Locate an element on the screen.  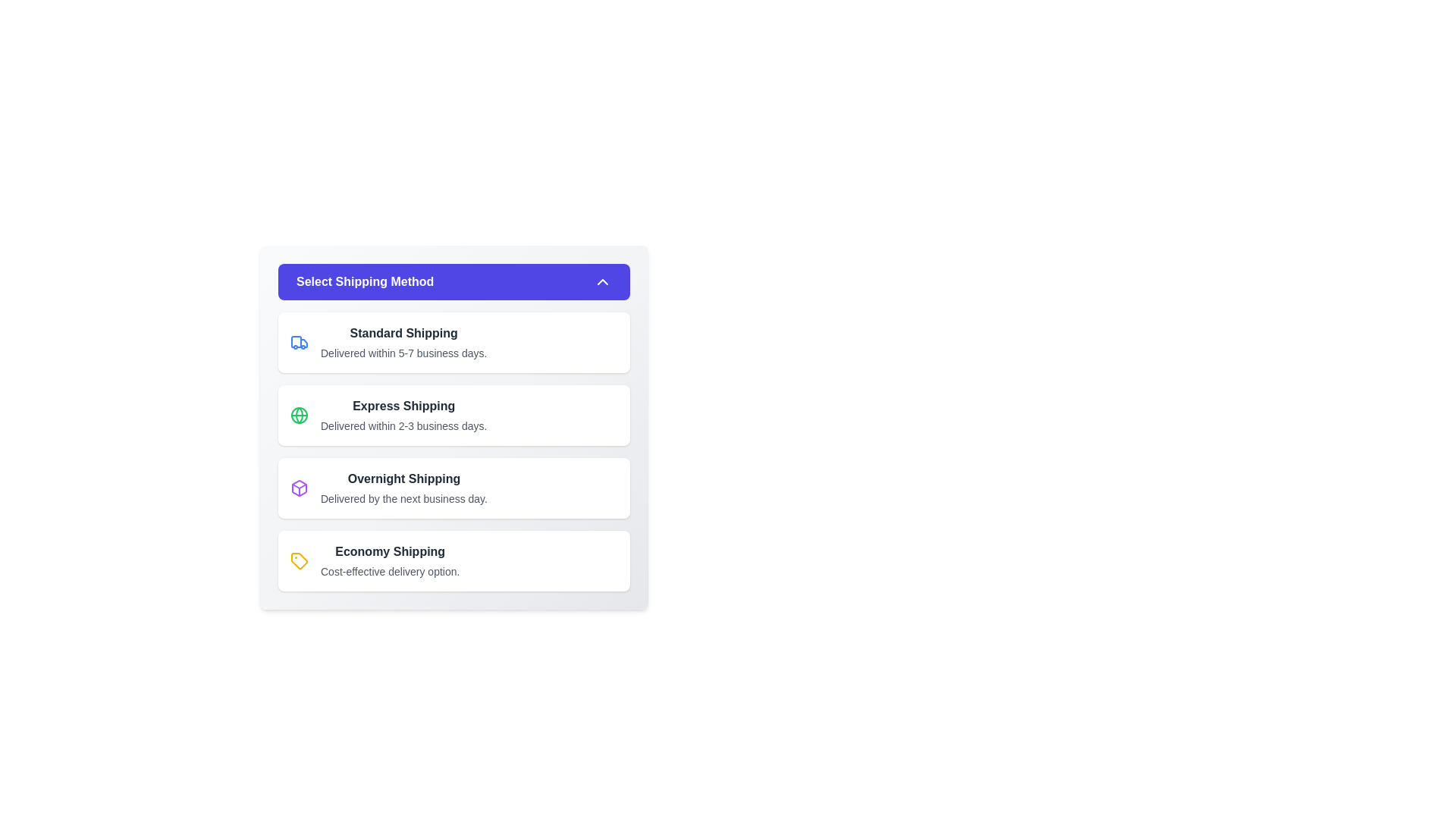
the 'Express Shipping' selectable option box is located at coordinates (453, 415).